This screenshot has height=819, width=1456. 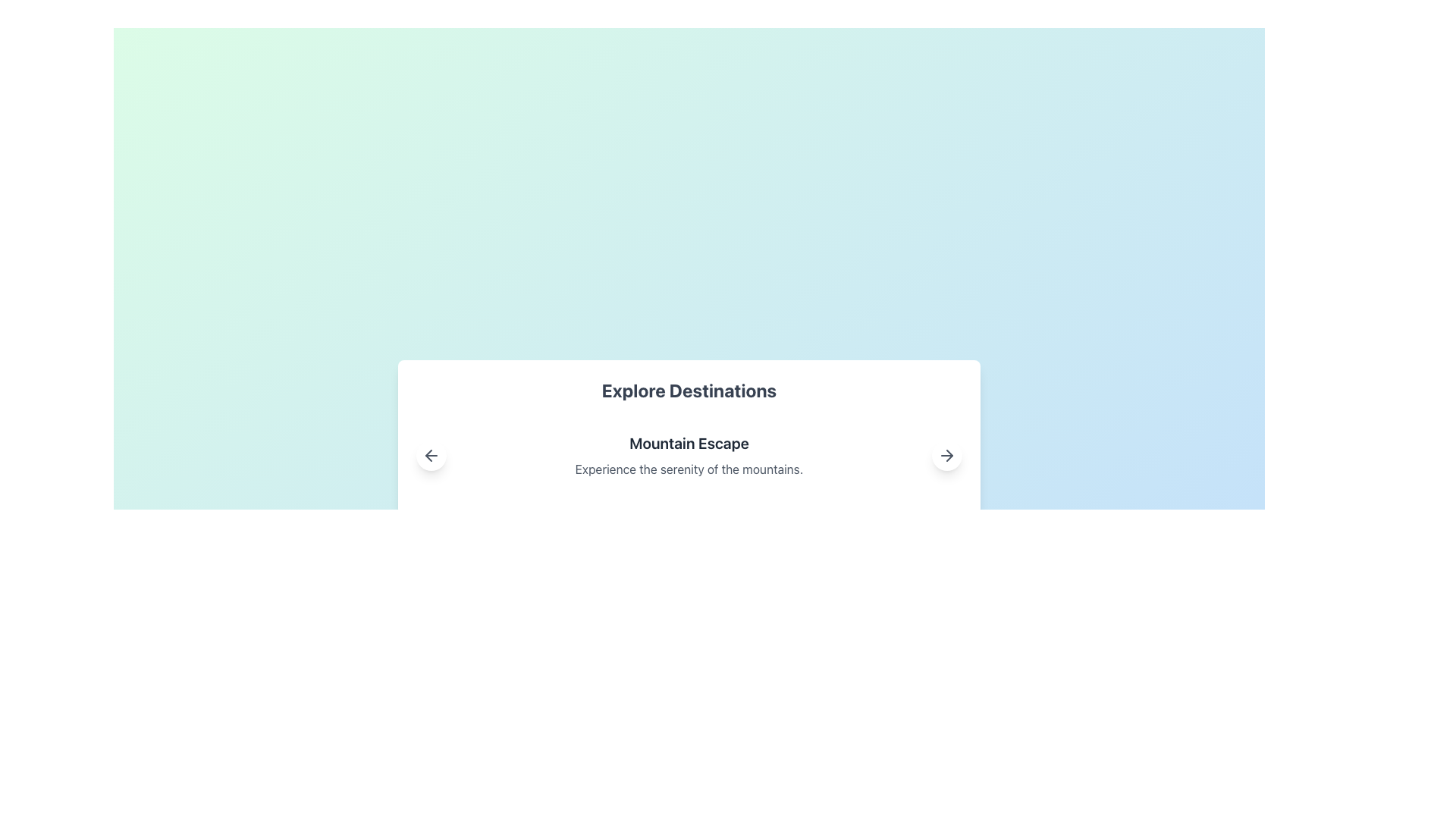 I want to click on the circular button with a white background and a leftward arrow icon to observe its hover effects, so click(x=431, y=455).